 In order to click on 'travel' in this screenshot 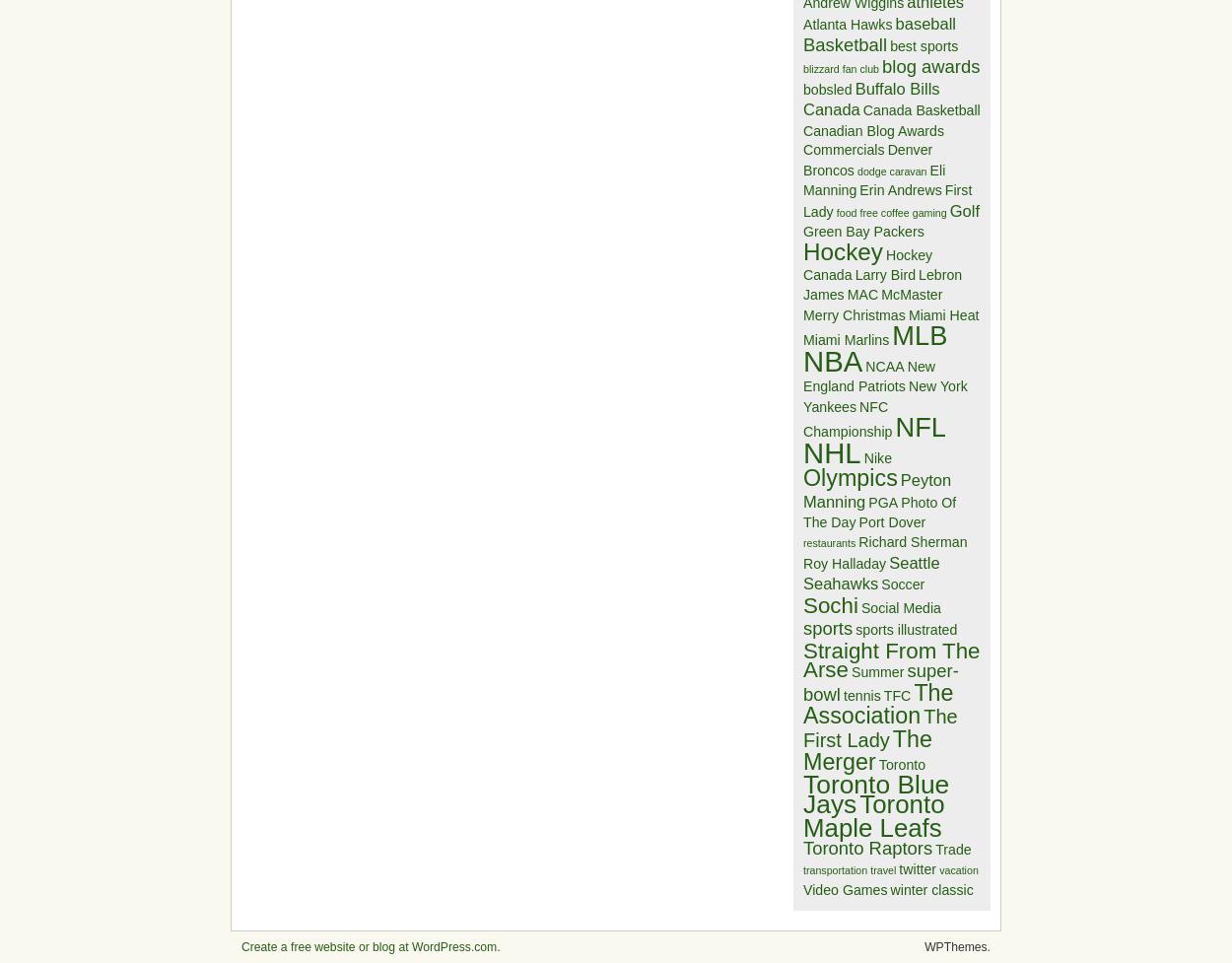, I will do `click(870, 869)`.